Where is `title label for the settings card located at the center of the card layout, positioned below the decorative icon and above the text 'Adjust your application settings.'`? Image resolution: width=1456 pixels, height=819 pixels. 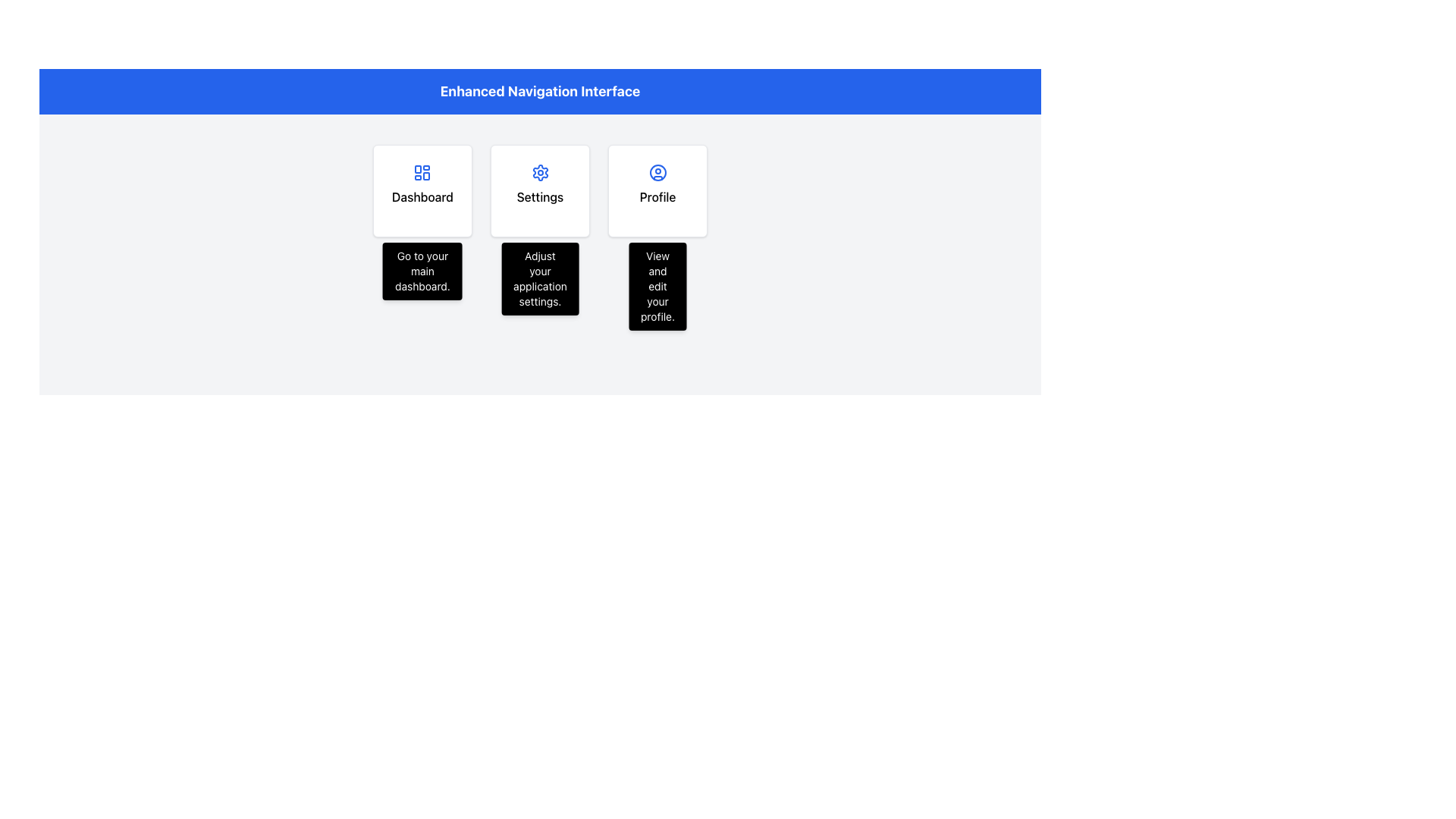
title label for the settings card located at the center of the card layout, positioned below the decorative icon and above the text 'Adjust your application settings.' is located at coordinates (540, 196).